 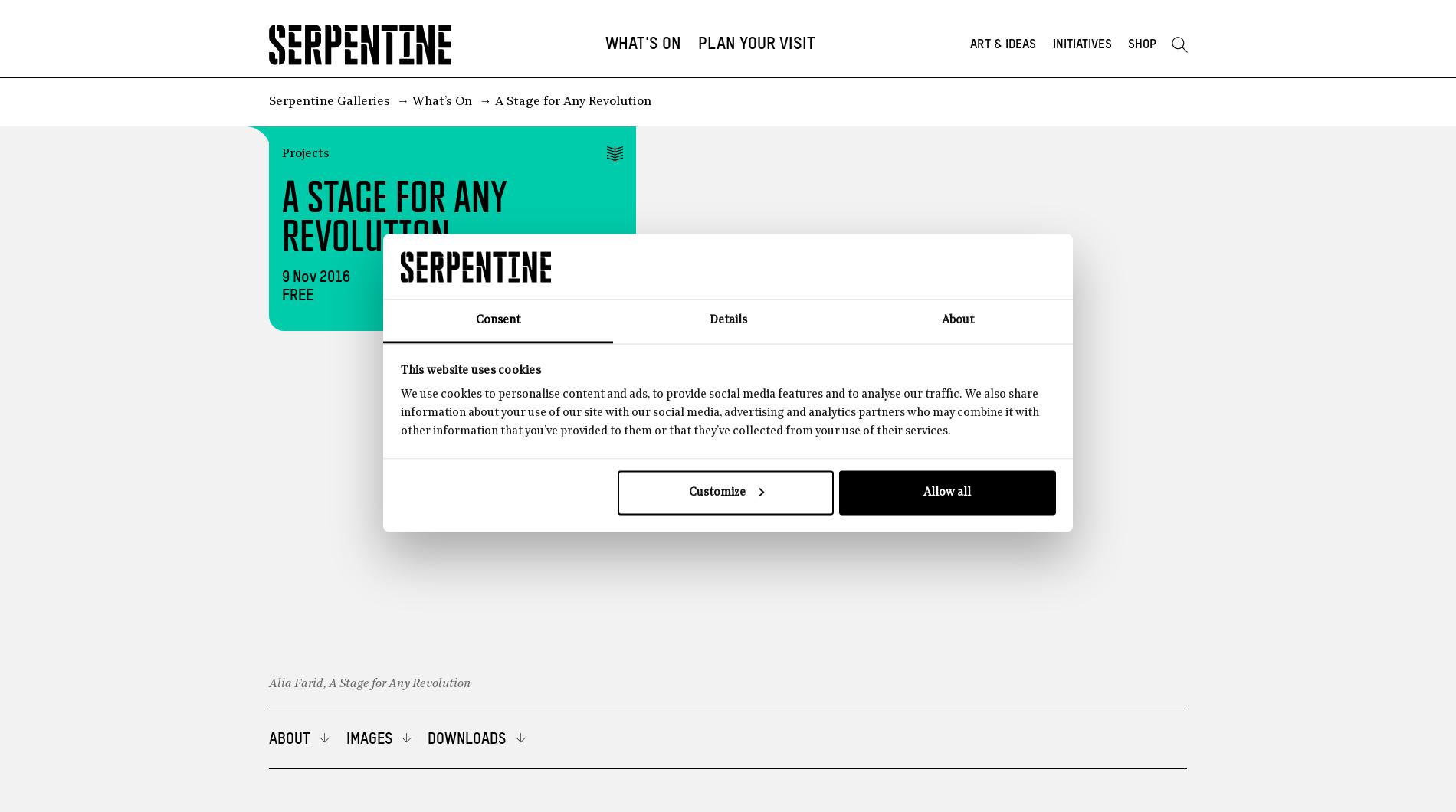 What do you see at coordinates (399, 412) in the screenshot?
I see `'We use cookies to personalise content and ads, to provide social media features and to analyse our traffic. We also share information about your use of our site with our social media, advertising and analytics partners who may combine it with other information that you’ve provided to them or that they’ve collected from your use of their services.'` at bounding box center [399, 412].